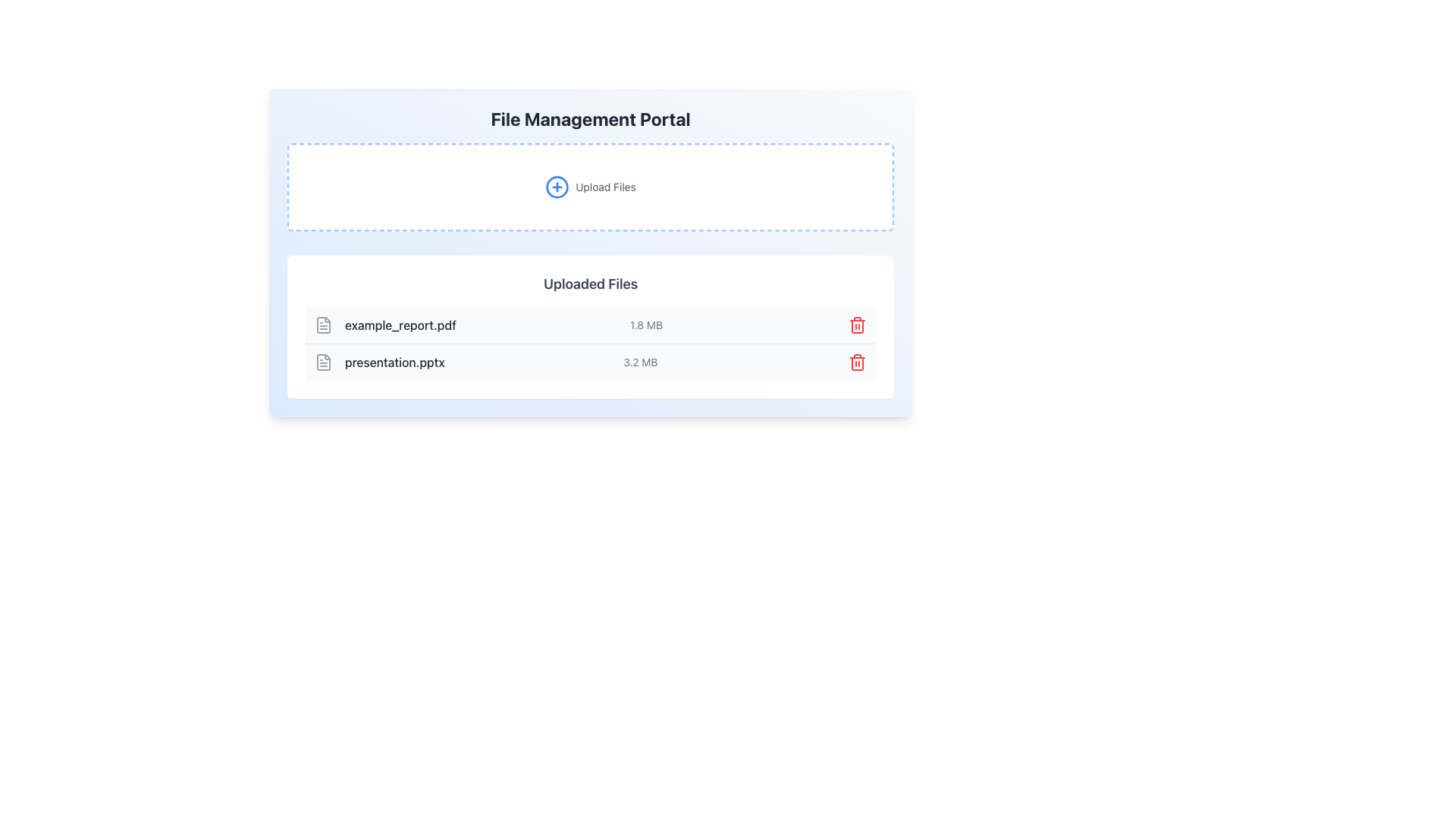 Image resolution: width=1456 pixels, height=819 pixels. I want to click on the circular blue outlined '+' icon located in the 'Upload Files' section, so click(557, 186).